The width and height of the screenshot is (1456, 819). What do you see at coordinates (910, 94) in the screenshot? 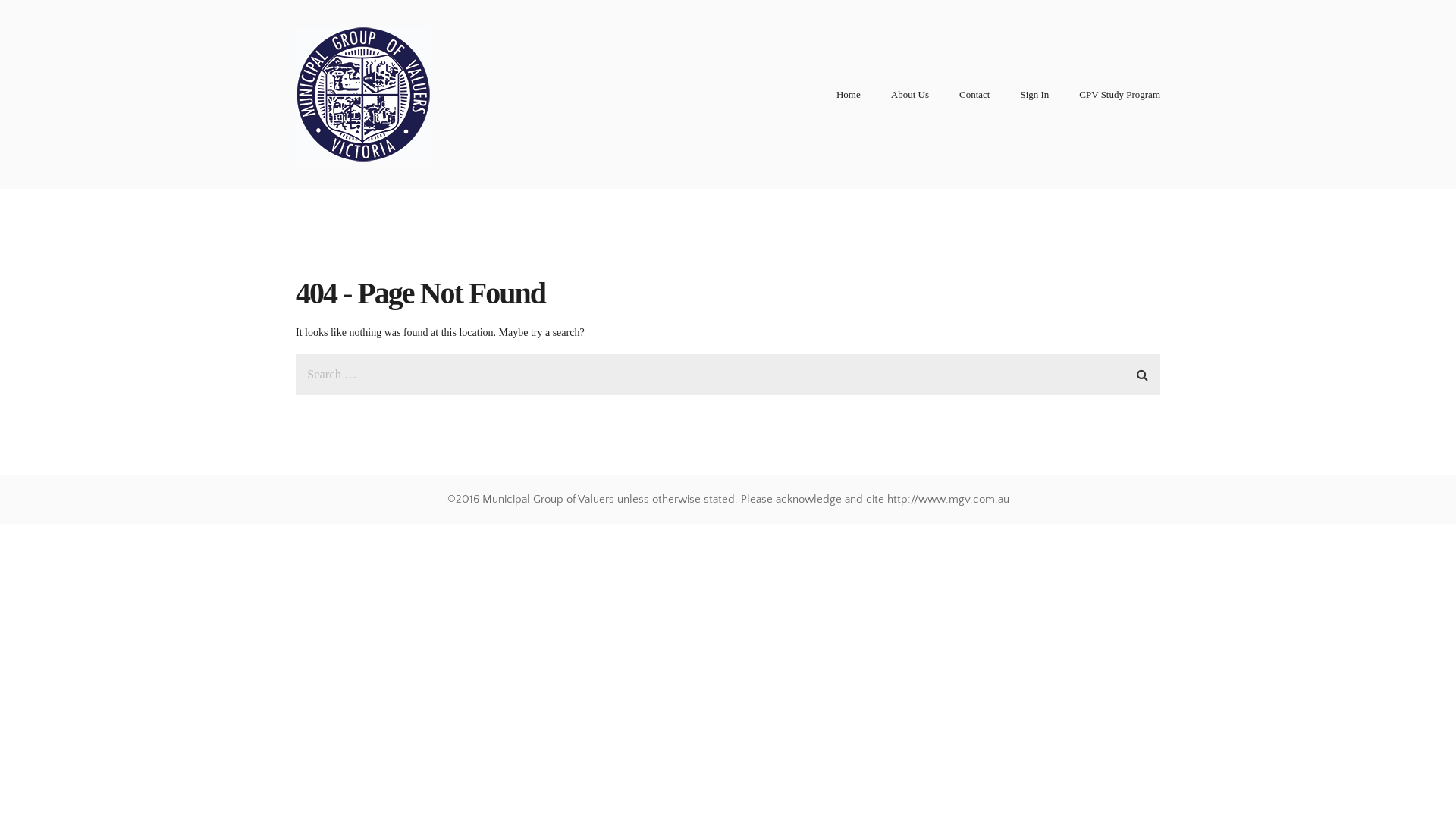
I see `'About Us'` at bounding box center [910, 94].